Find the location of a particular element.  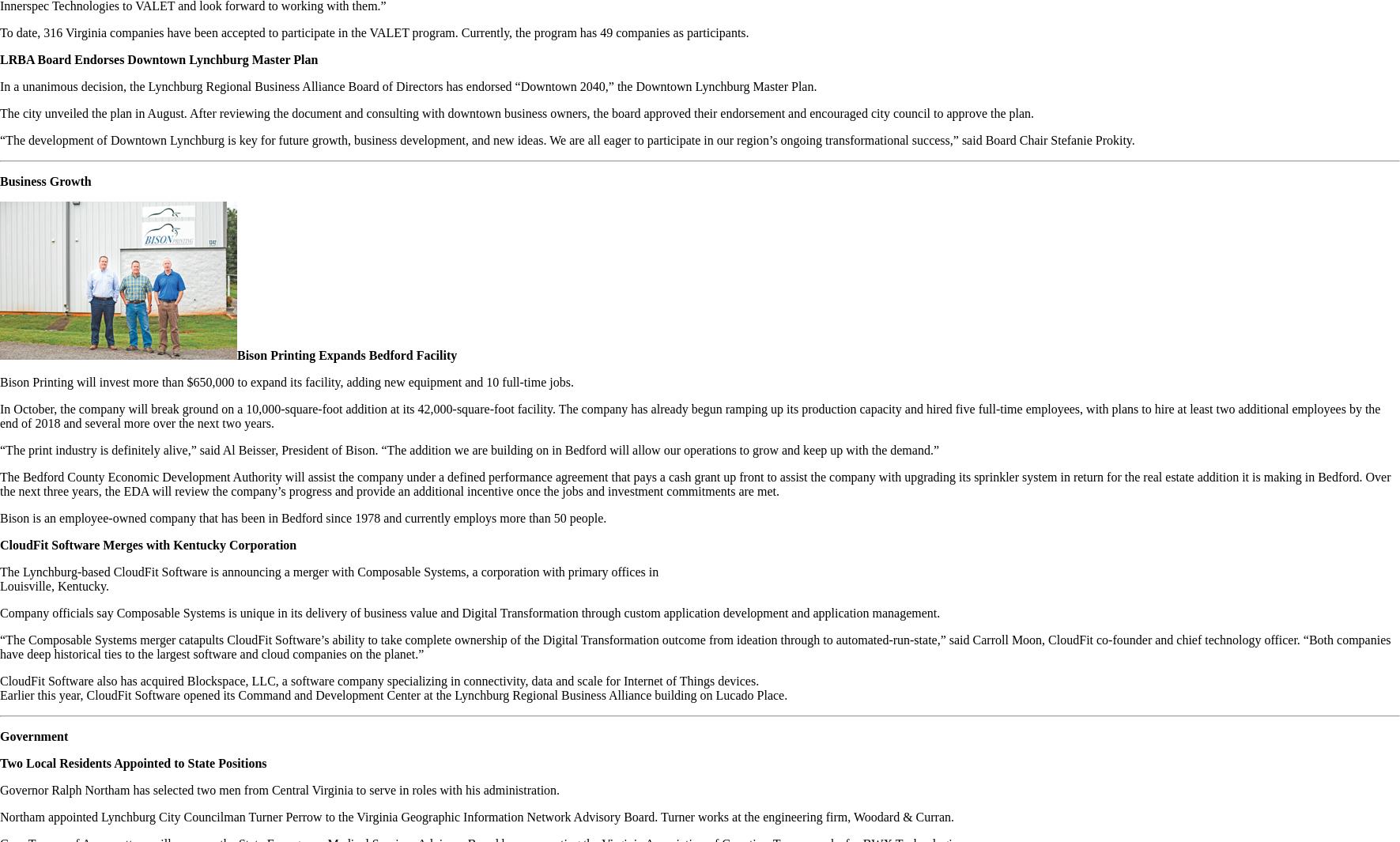

'Company officials say Composable Systems is unique in its delivery of business value and Digital Transformation through custom application development and application management.' is located at coordinates (469, 613).